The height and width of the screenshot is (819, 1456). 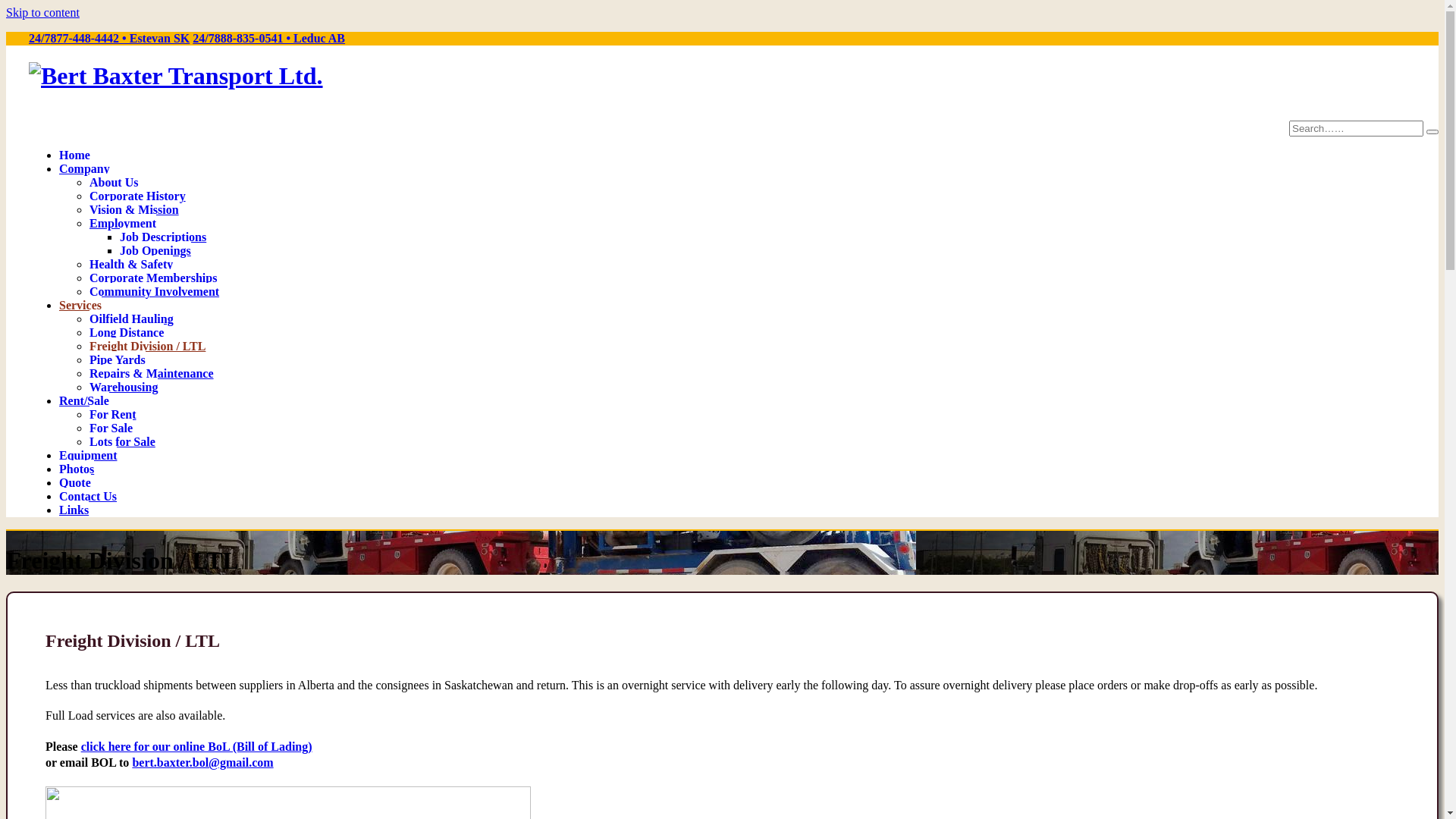 I want to click on 'Job Descriptions', so click(x=163, y=236).